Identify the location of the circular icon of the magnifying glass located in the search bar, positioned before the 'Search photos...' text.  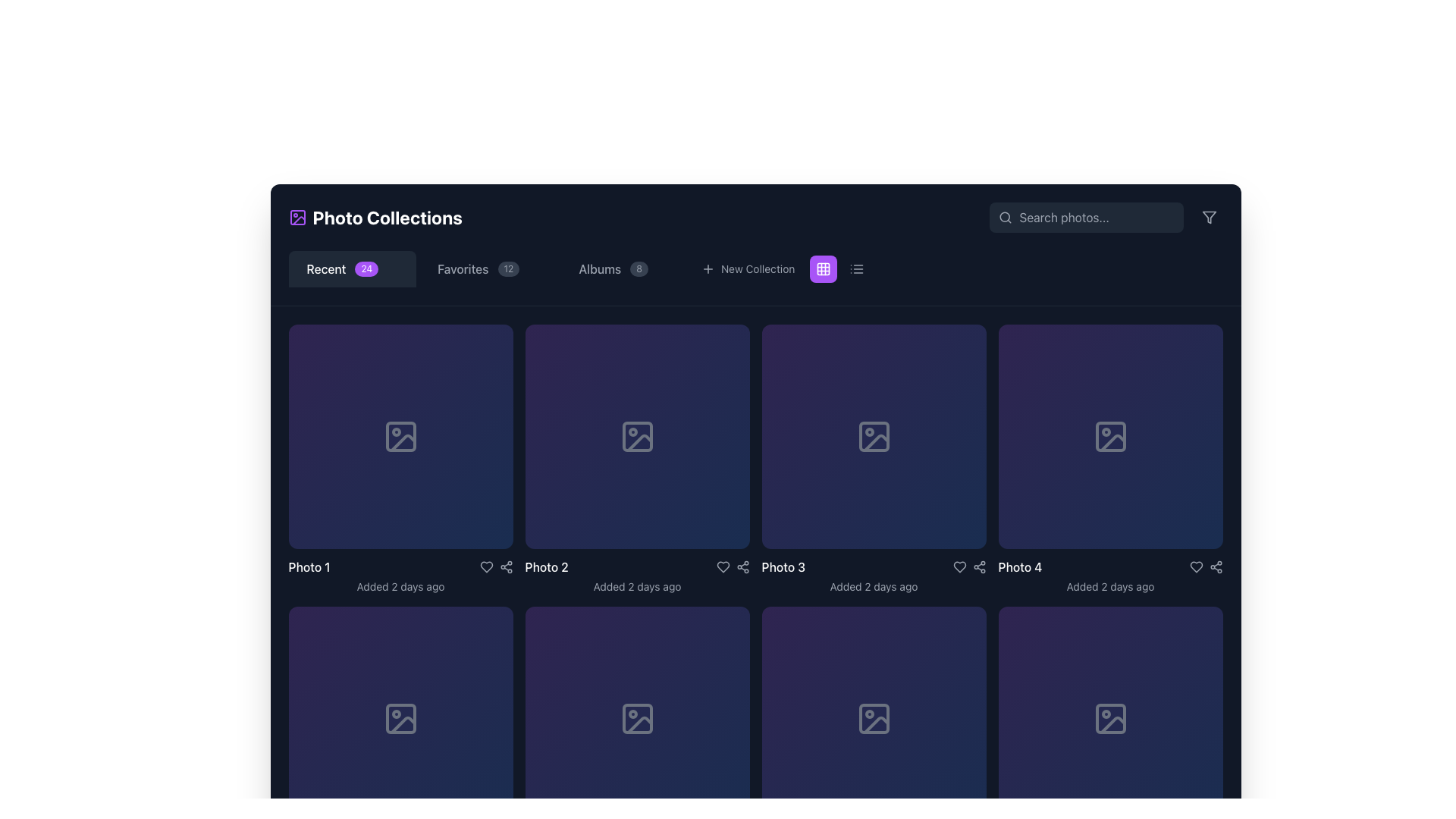
(1004, 217).